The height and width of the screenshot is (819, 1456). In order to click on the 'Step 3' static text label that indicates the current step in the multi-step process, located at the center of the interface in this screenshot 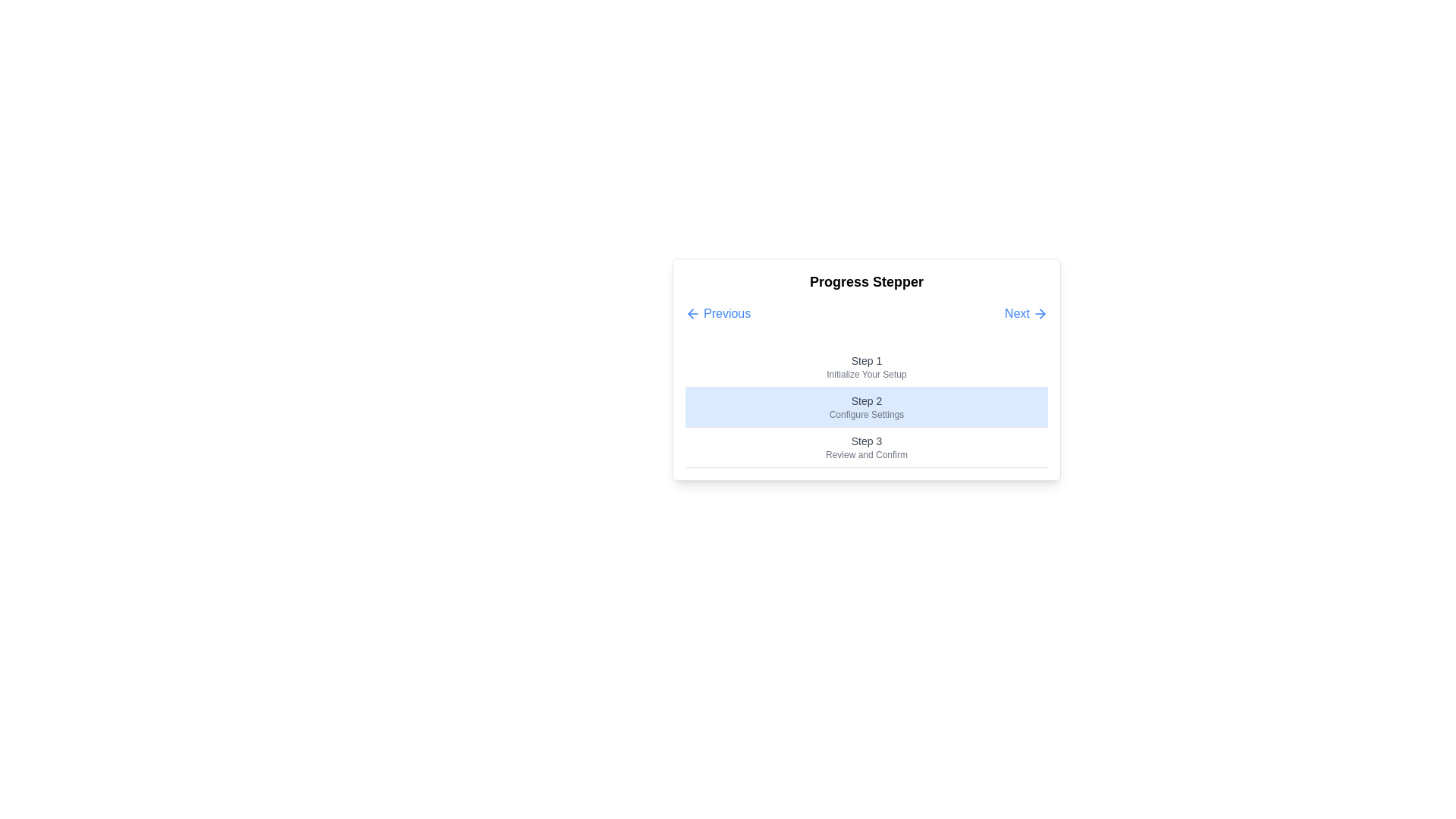, I will do `click(866, 441)`.